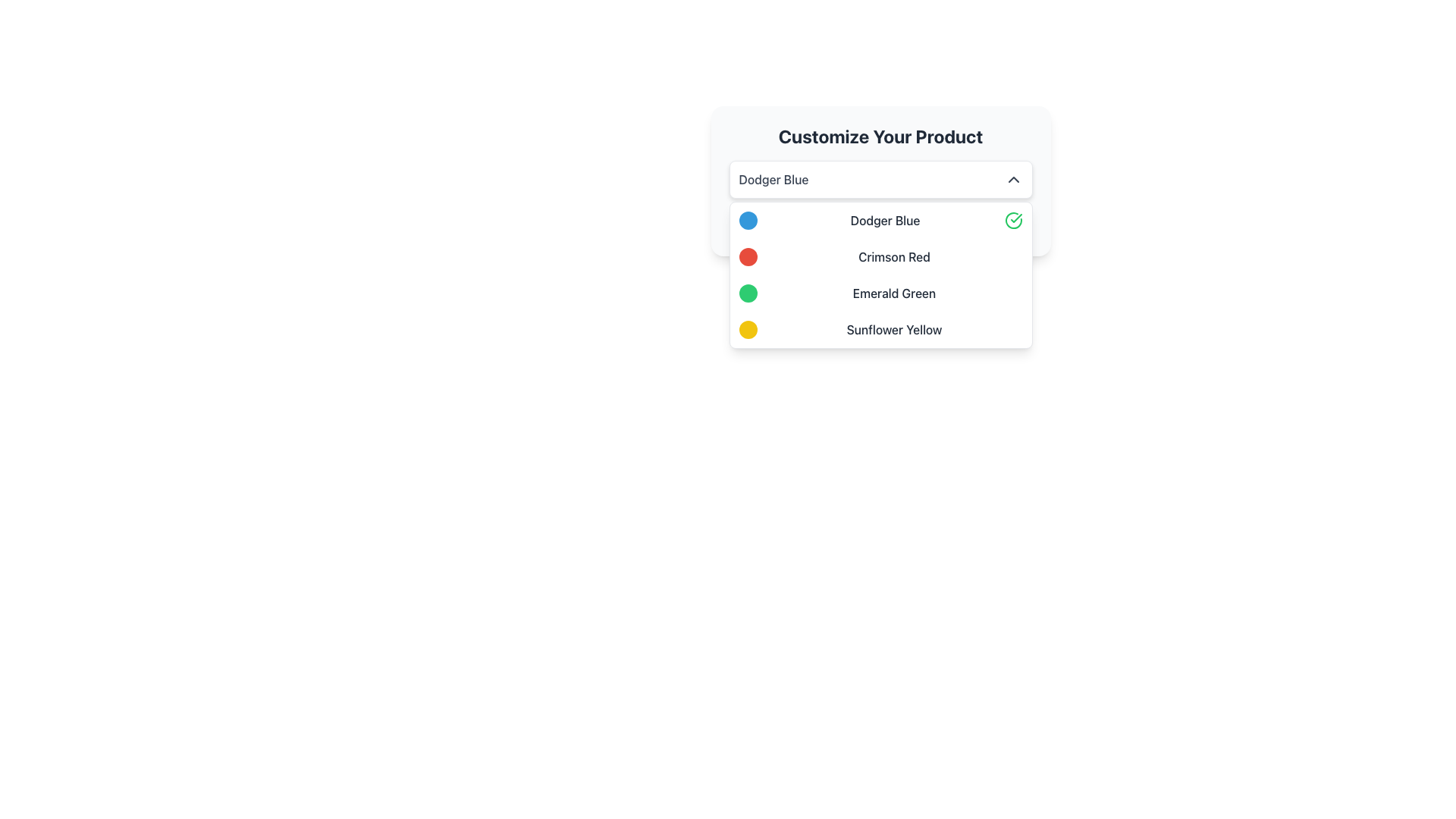 Image resolution: width=1456 pixels, height=819 pixels. I want to click on the text label that describes a color option in the dropdown menu, located to the right of the green circular color indicator, so click(894, 293).